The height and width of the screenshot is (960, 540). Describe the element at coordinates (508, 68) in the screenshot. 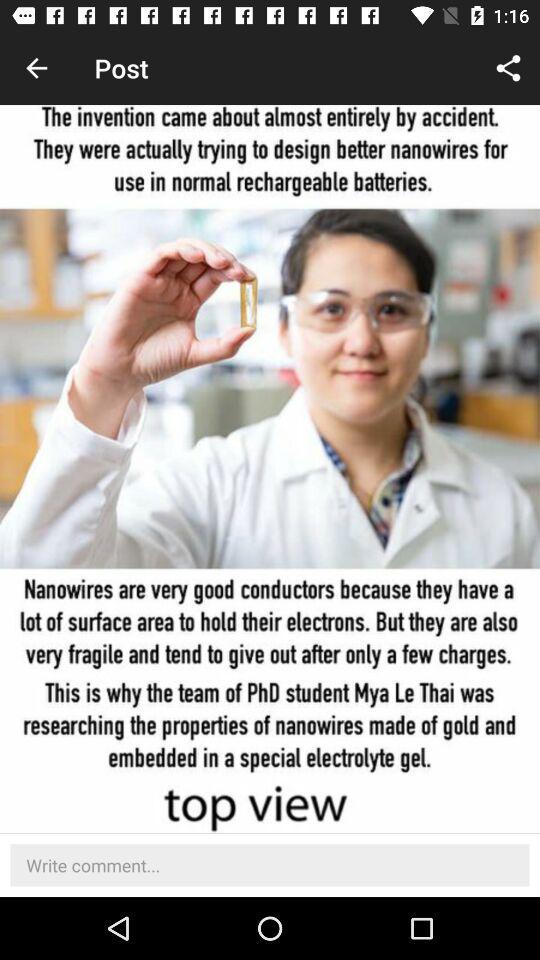

I see `the item at the top right corner` at that location.